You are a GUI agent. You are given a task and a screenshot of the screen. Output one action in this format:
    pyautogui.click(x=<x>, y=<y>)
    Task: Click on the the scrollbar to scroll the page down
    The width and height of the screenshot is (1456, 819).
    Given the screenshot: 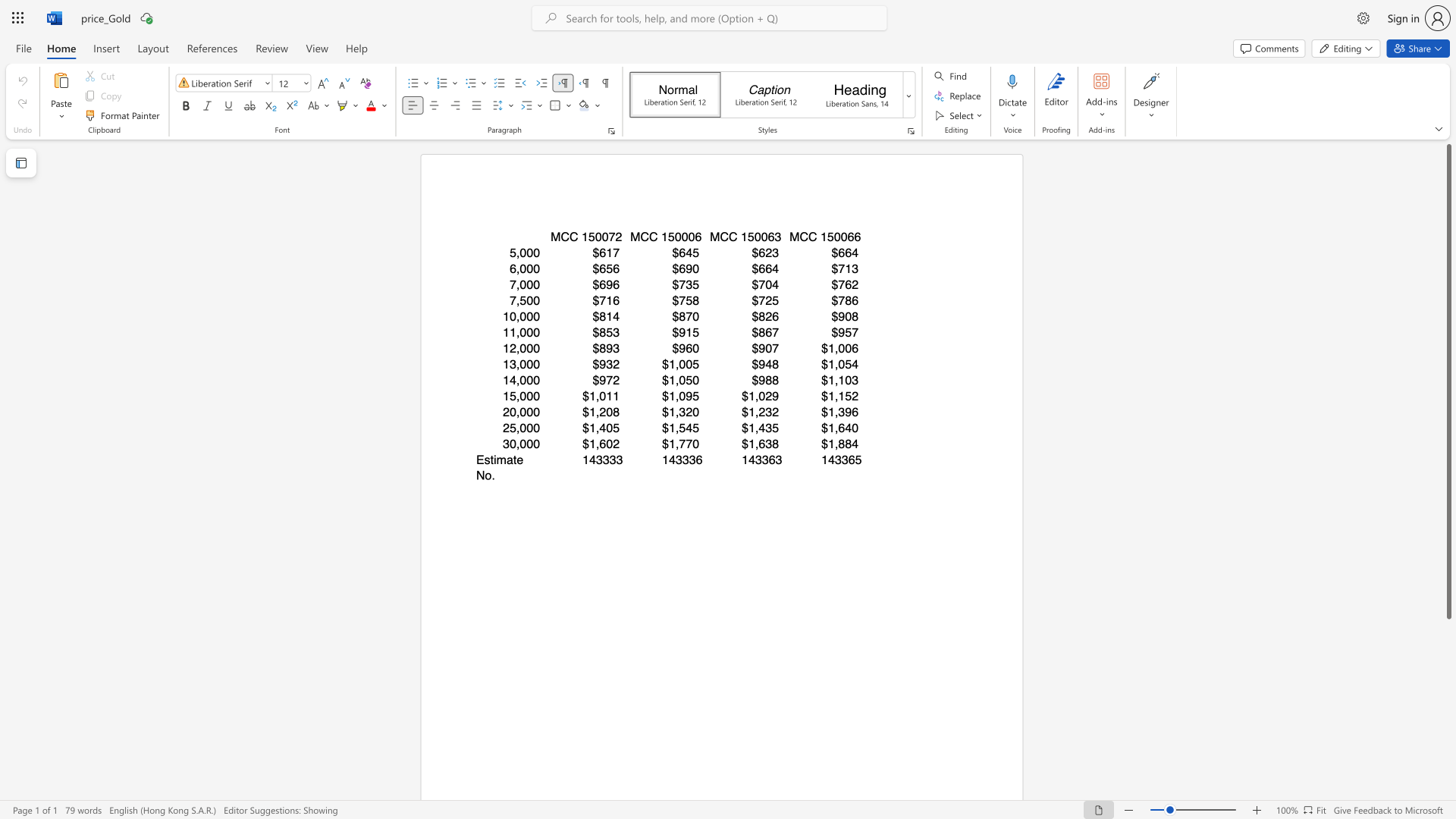 What is the action you would take?
    pyautogui.click(x=1448, y=704)
    